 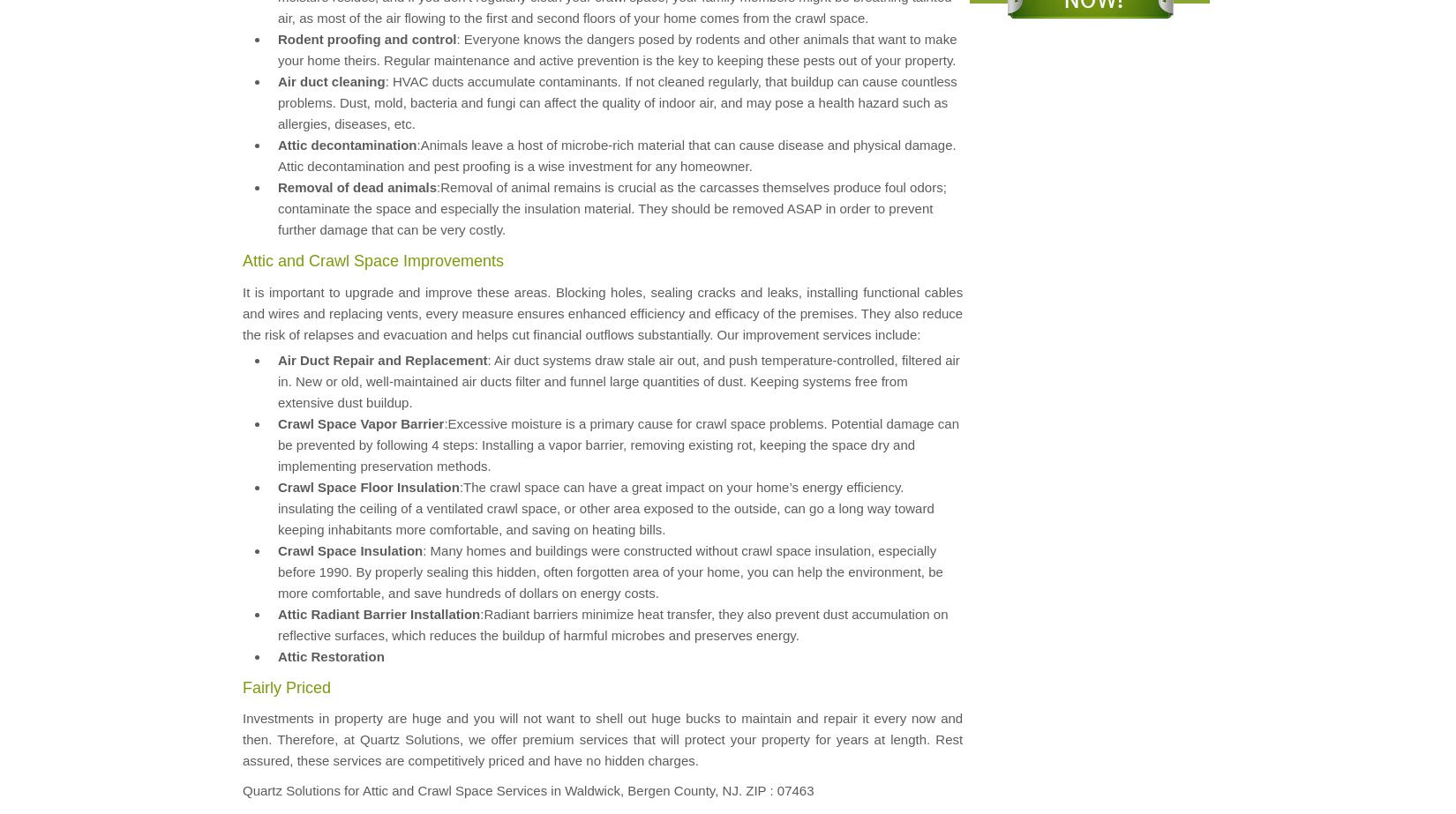 What do you see at coordinates (367, 485) in the screenshot?
I see `'Crawl Space Floor Insulation'` at bounding box center [367, 485].